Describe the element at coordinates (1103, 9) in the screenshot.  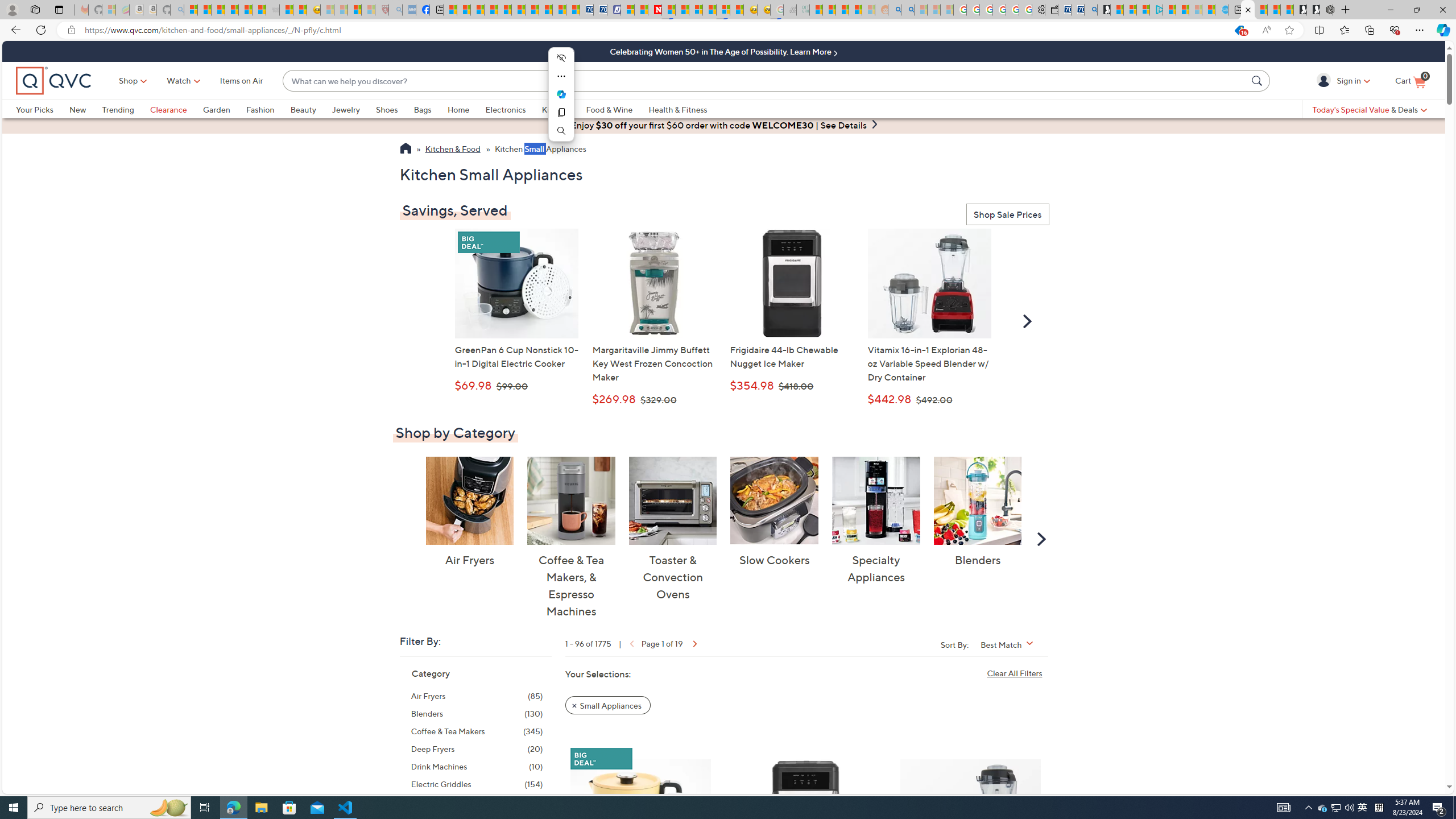
I see `'Microsoft Start Gaming'` at that location.